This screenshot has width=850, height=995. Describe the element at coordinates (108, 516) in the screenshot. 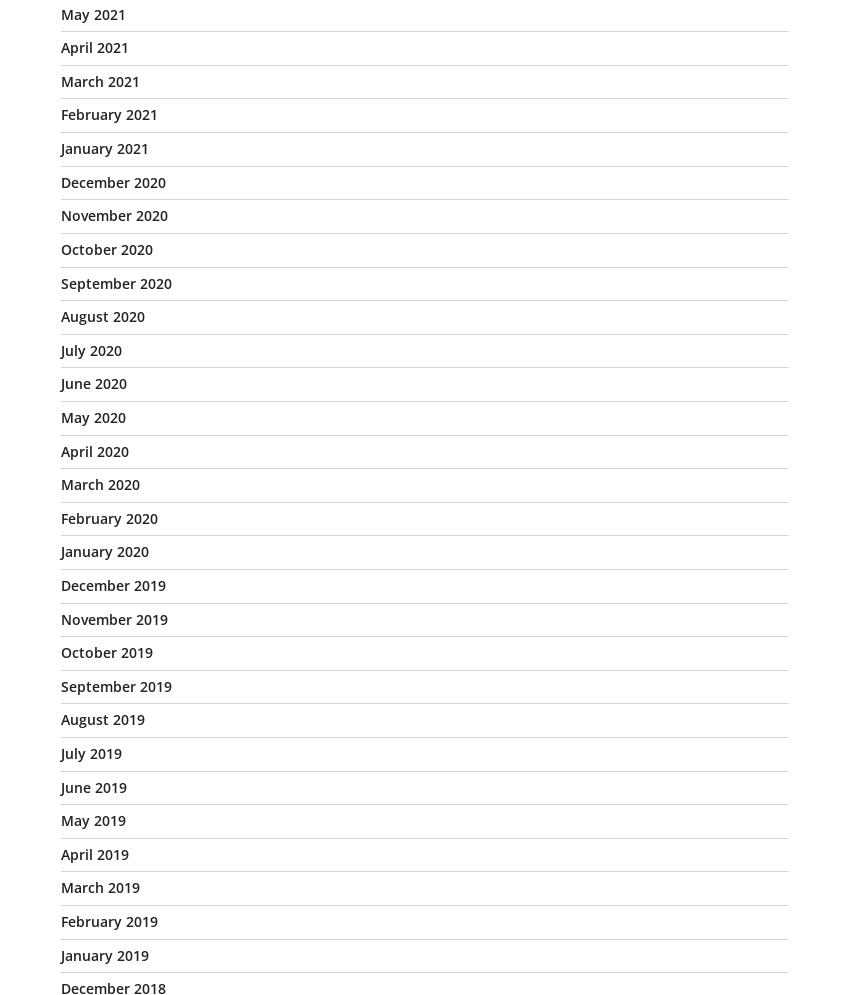

I see `'February 2020'` at that location.